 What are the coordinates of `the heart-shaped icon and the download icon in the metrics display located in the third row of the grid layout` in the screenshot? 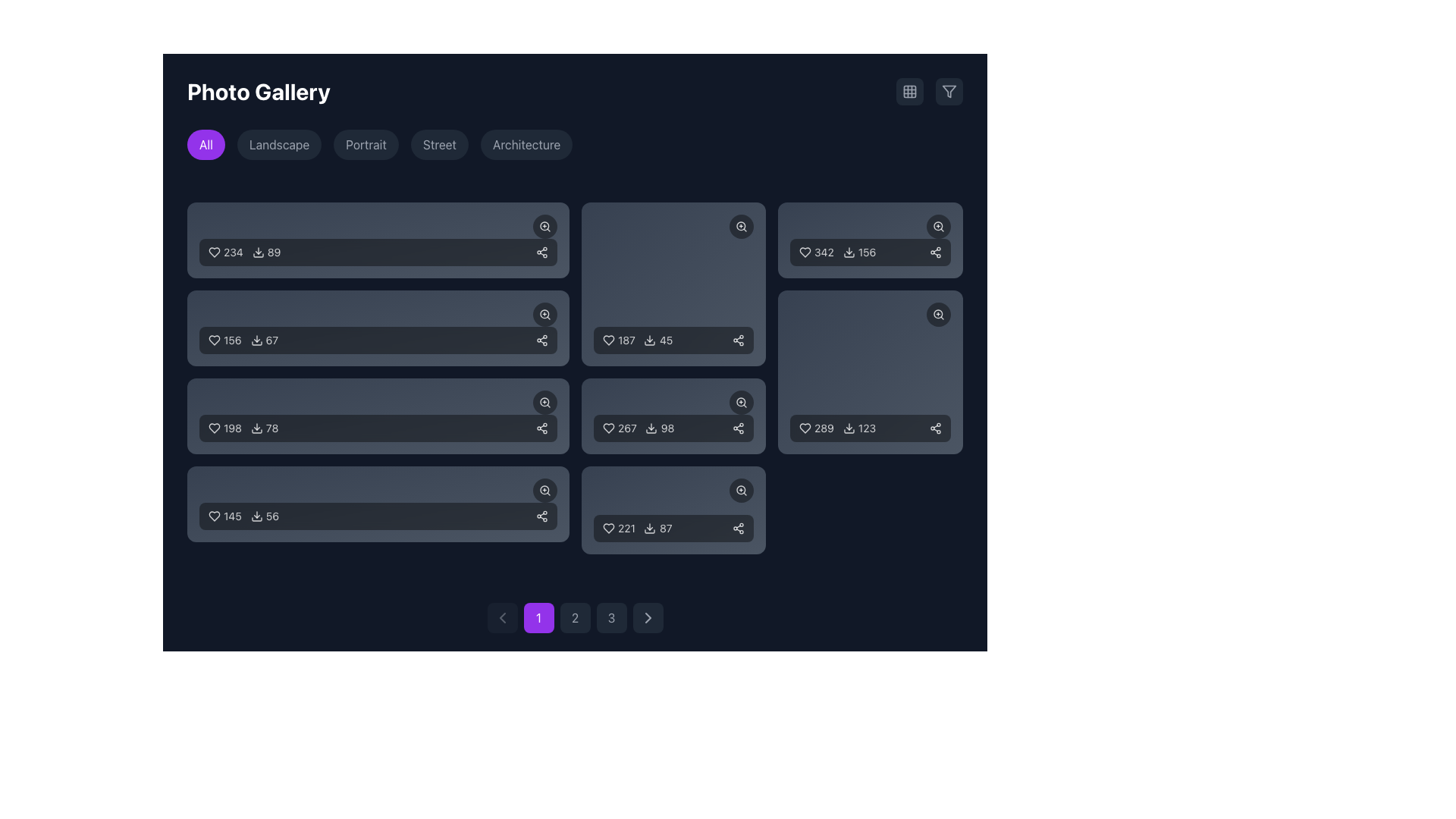 It's located at (243, 428).